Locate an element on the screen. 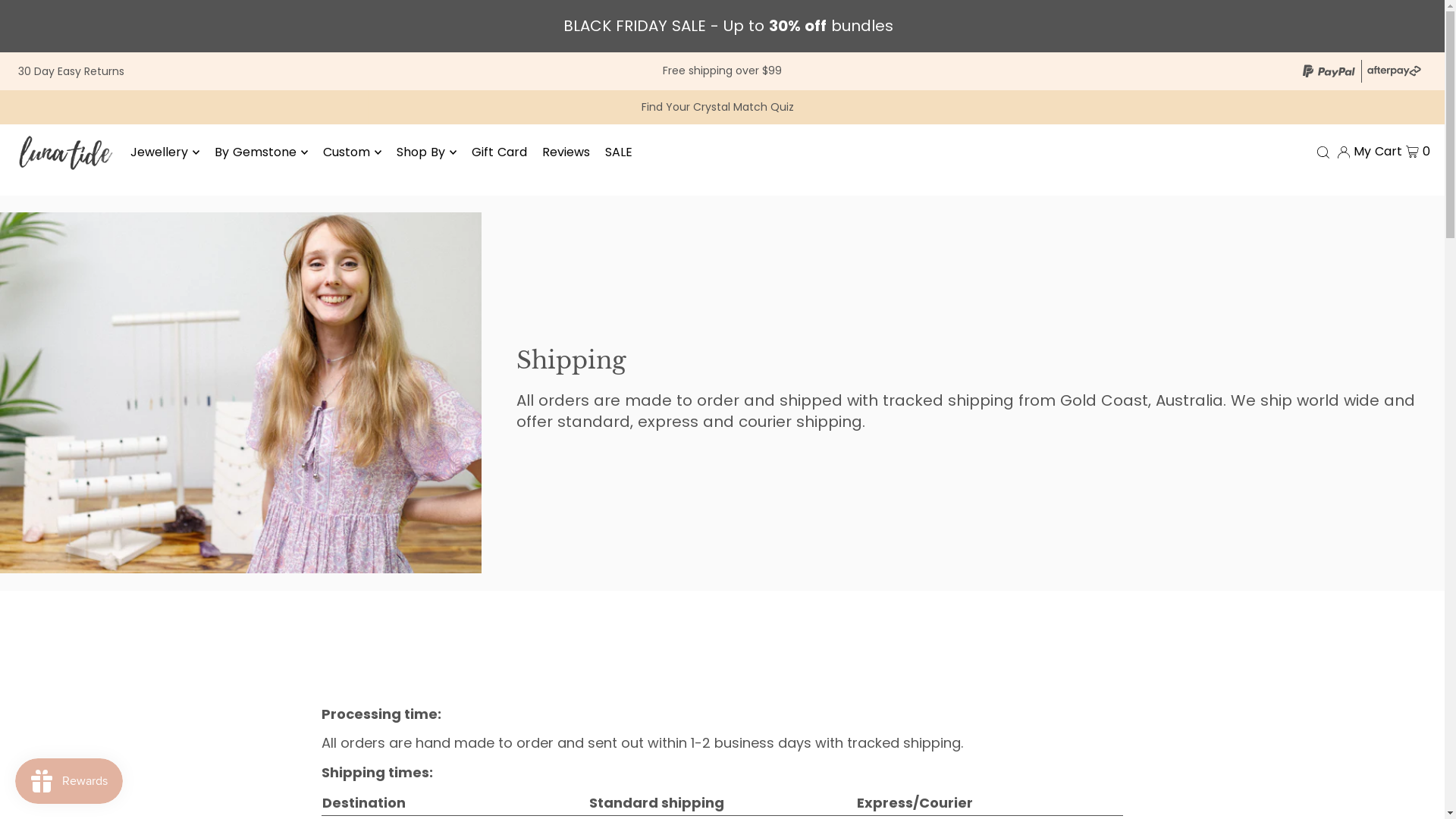 This screenshot has height=819, width=1456. 'Shop By' is located at coordinates (425, 152).